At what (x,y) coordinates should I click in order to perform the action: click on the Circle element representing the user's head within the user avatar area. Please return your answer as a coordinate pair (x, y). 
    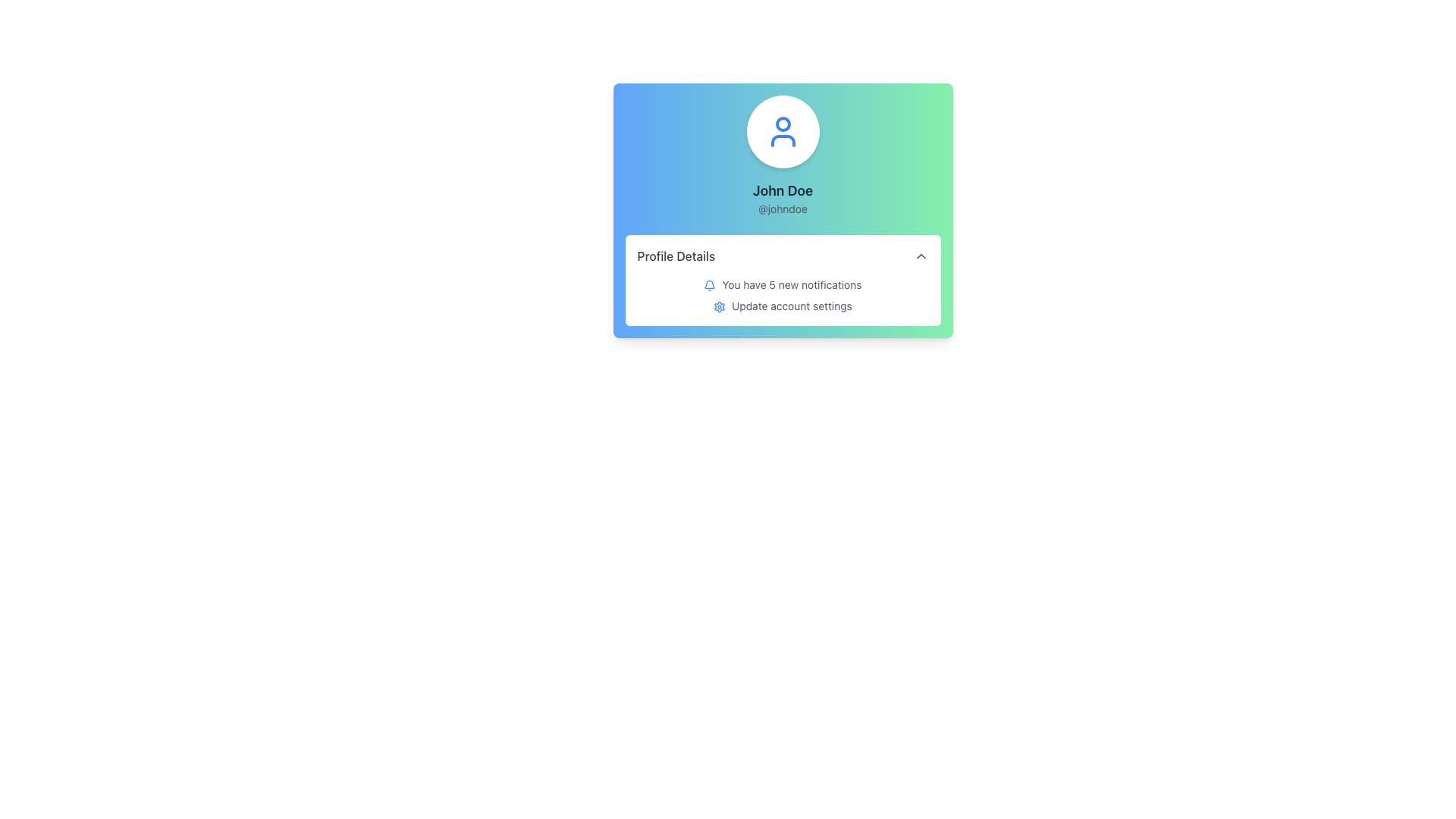
    Looking at the image, I should click on (783, 124).